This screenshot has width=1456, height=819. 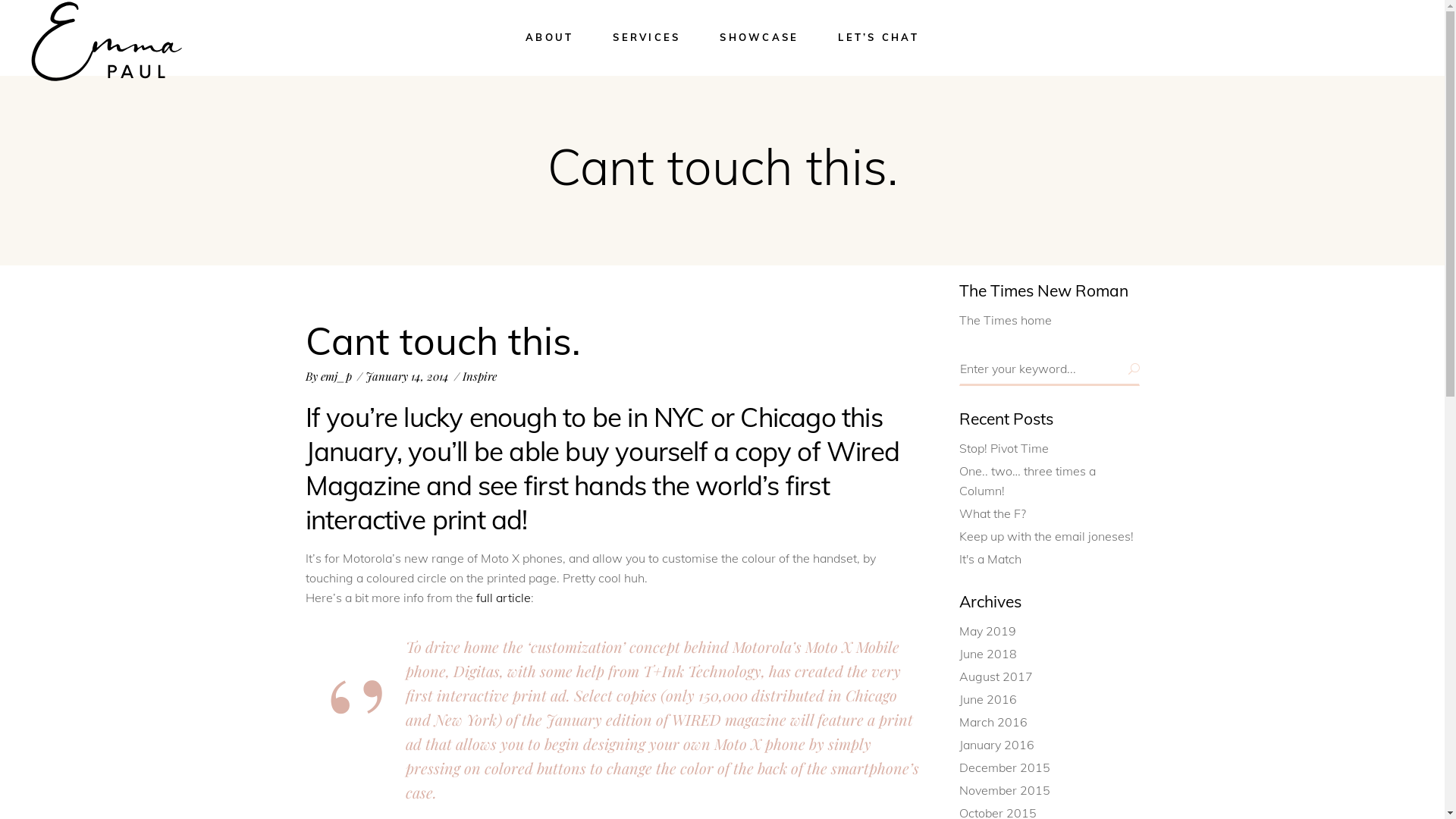 What do you see at coordinates (1004, 789) in the screenshot?
I see `'November 2015'` at bounding box center [1004, 789].